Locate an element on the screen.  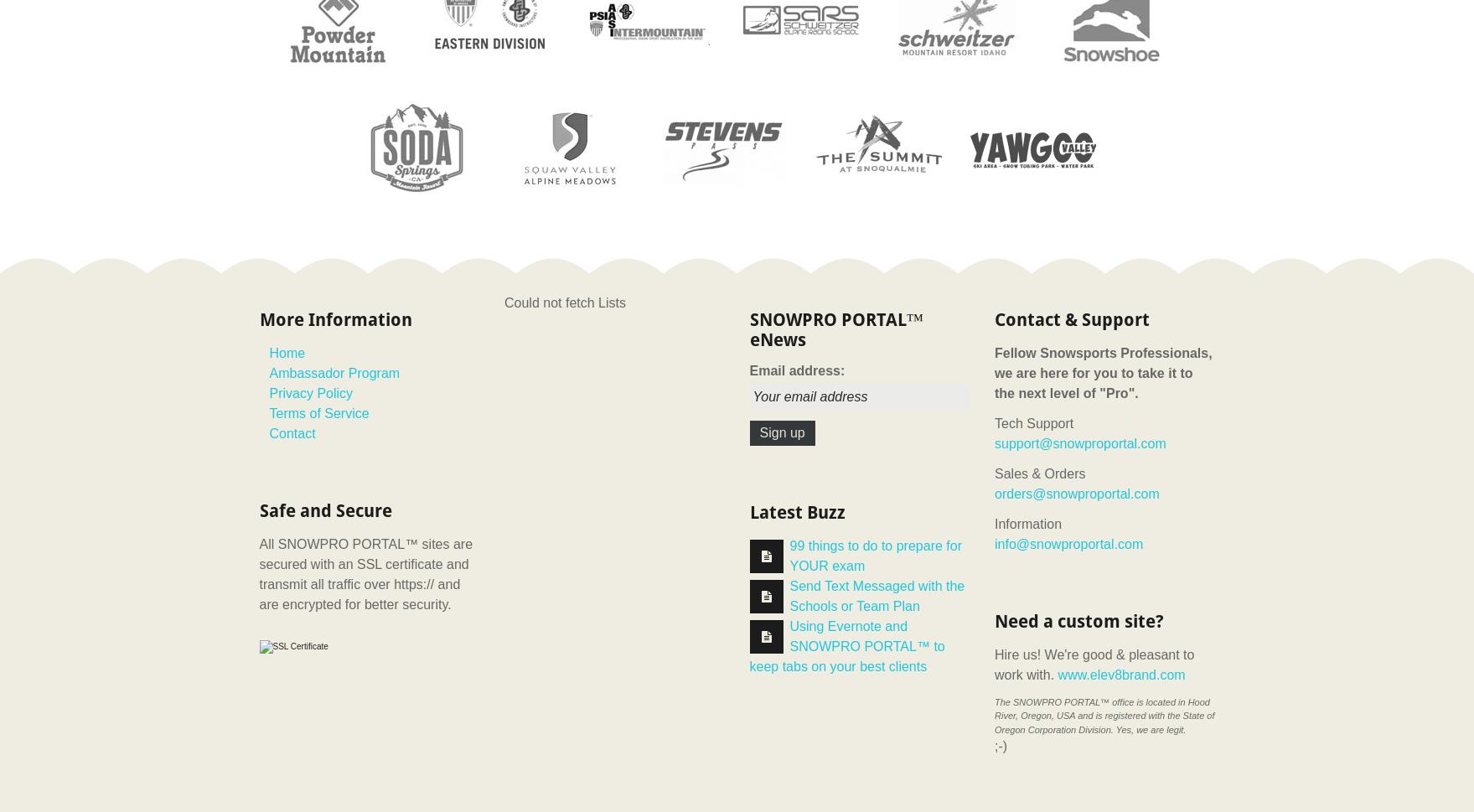
'support@snowproportal.com' is located at coordinates (1078, 442).